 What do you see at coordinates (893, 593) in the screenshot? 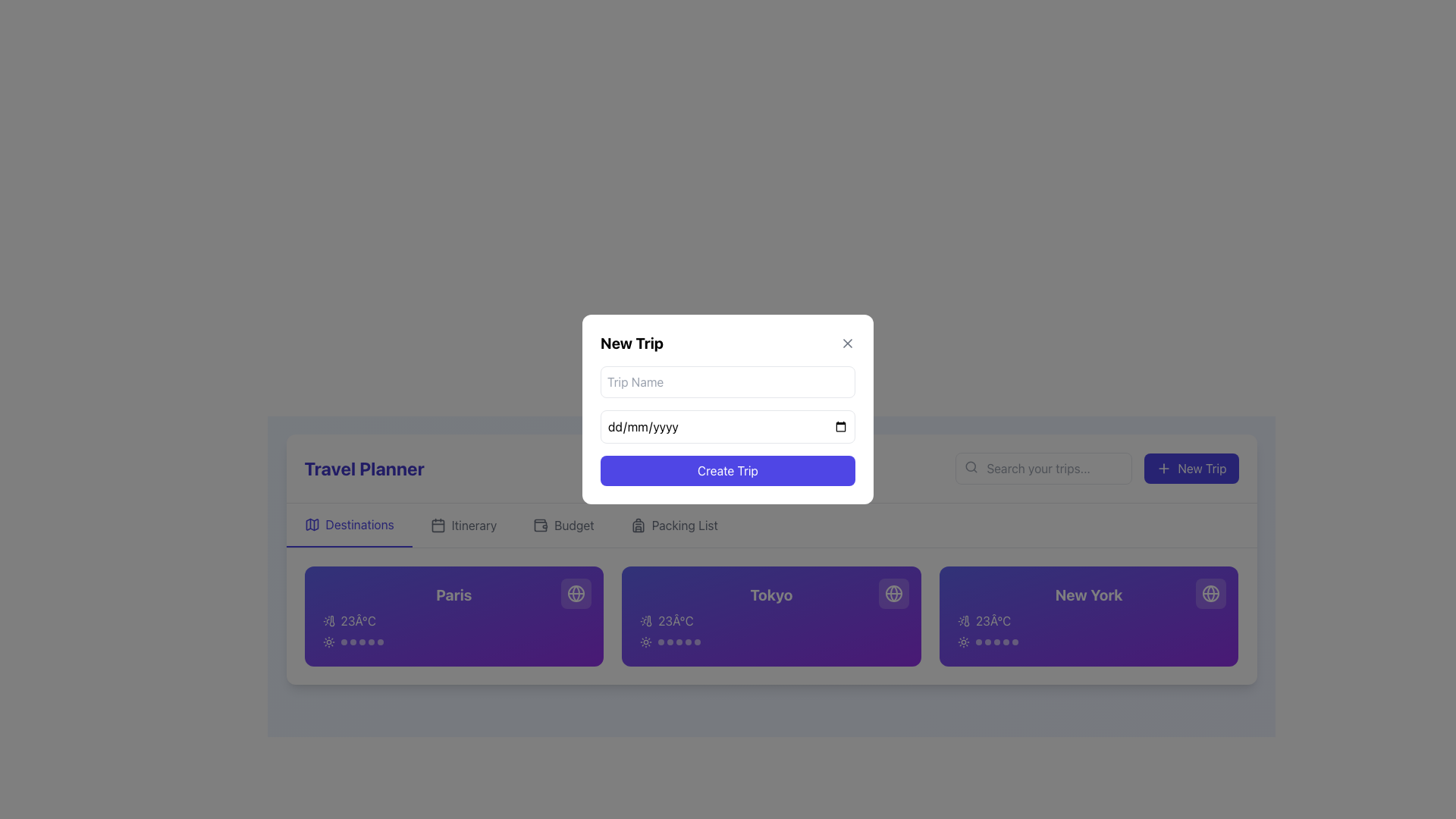
I see `the globe icon located in the top-right corner of the purple card labeled 'Tokyo'` at bounding box center [893, 593].